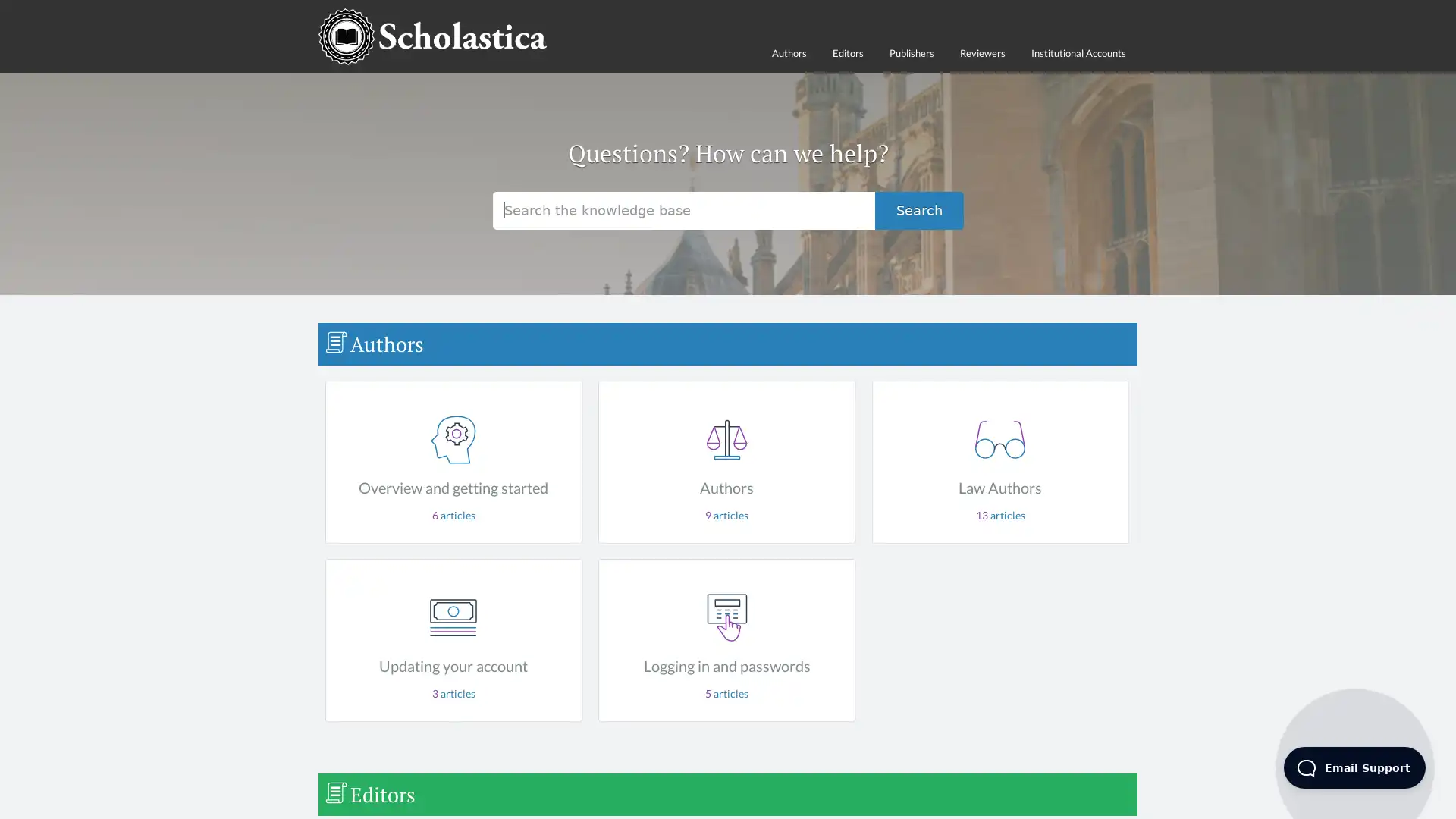  What do you see at coordinates (918, 210) in the screenshot?
I see `Search` at bounding box center [918, 210].